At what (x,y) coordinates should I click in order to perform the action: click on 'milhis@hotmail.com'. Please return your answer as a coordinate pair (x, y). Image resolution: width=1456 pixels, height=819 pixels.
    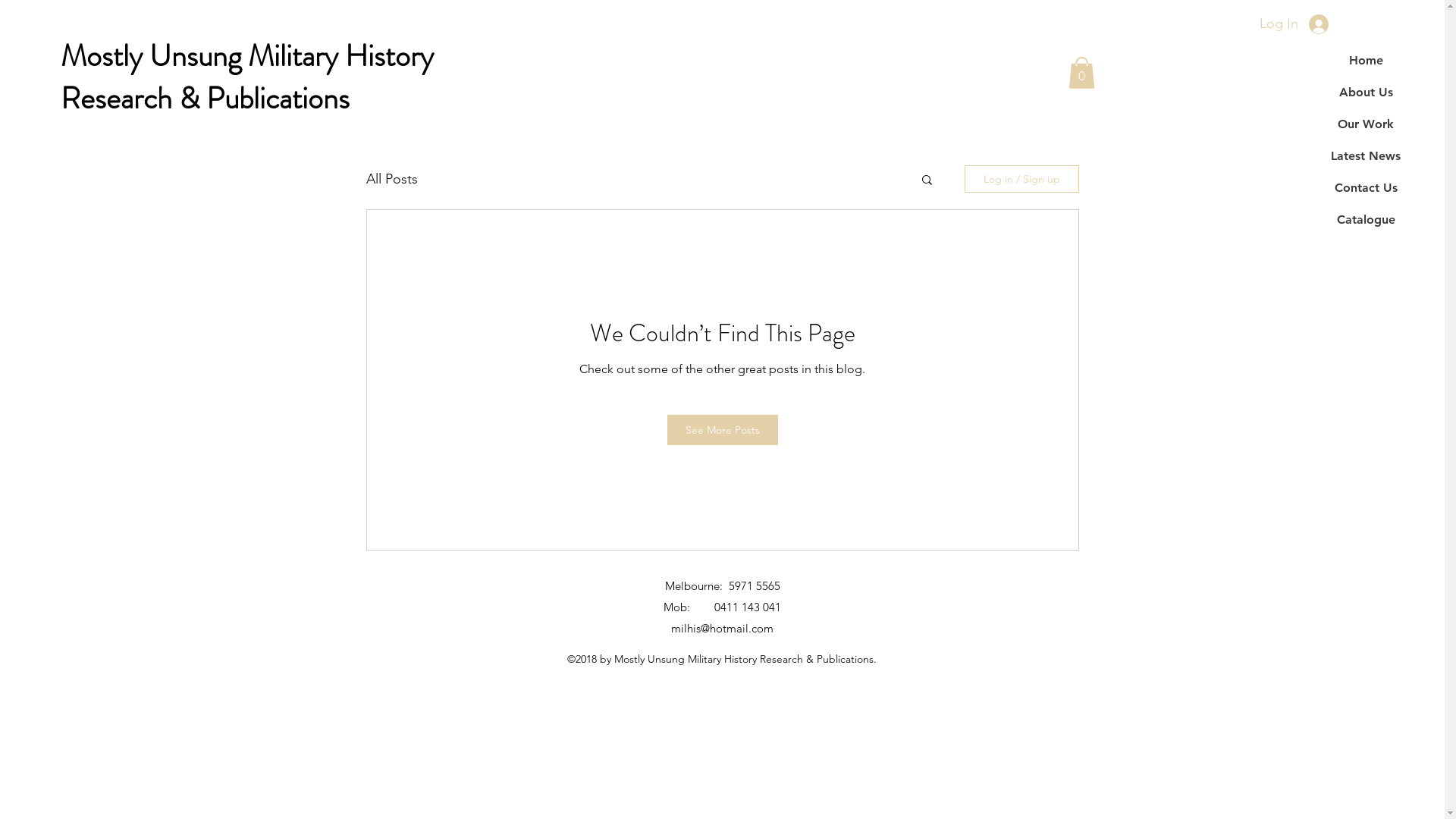
    Looking at the image, I should click on (721, 628).